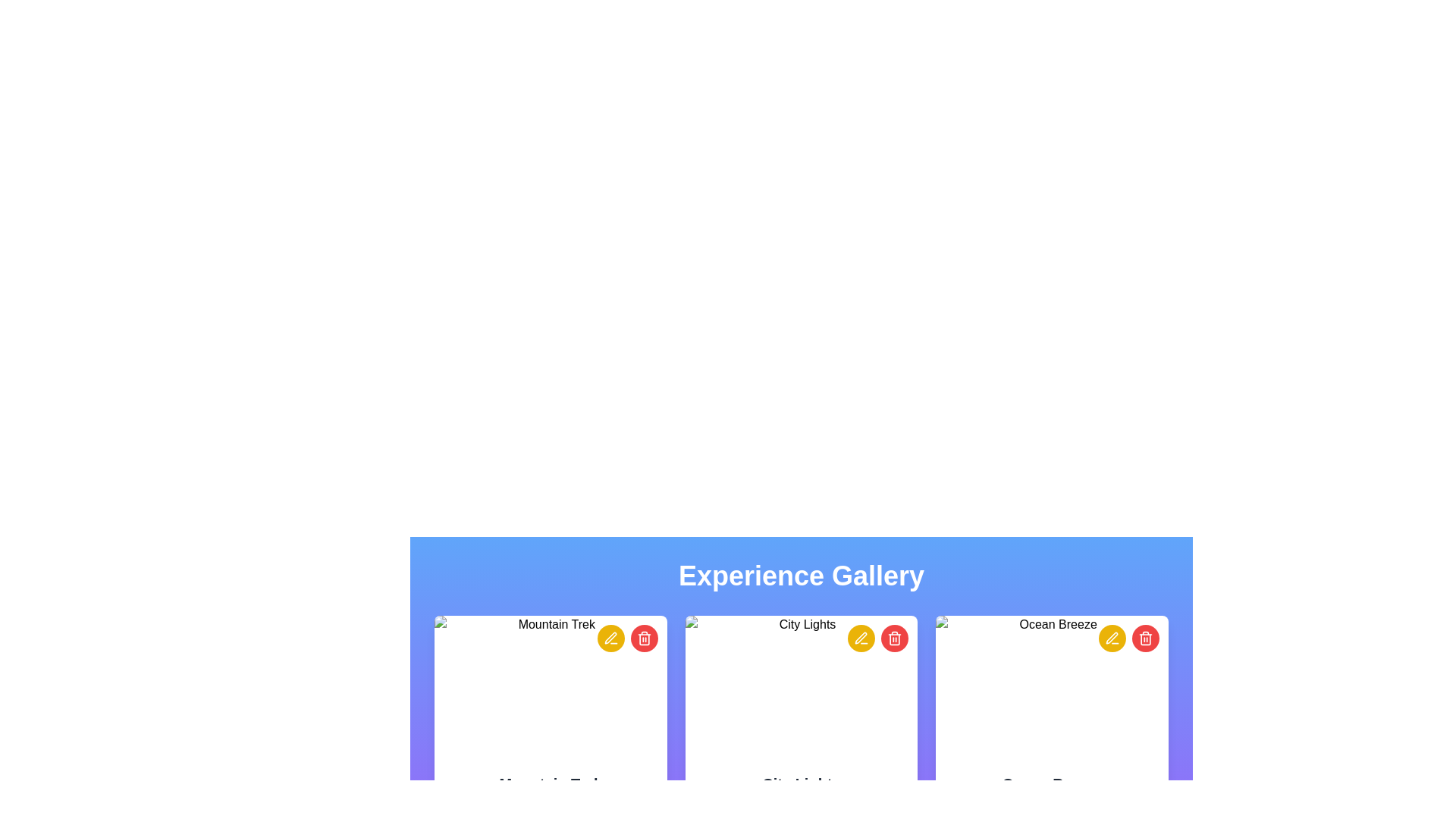 Image resolution: width=1456 pixels, height=819 pixels. What do you see at coordinates (1112, 638) in the screenshot?
I see `the pen or pencil icon button with a yellow fill, located within the card titled 'Ocean Breeze'` at bounding box center [1112, 638].